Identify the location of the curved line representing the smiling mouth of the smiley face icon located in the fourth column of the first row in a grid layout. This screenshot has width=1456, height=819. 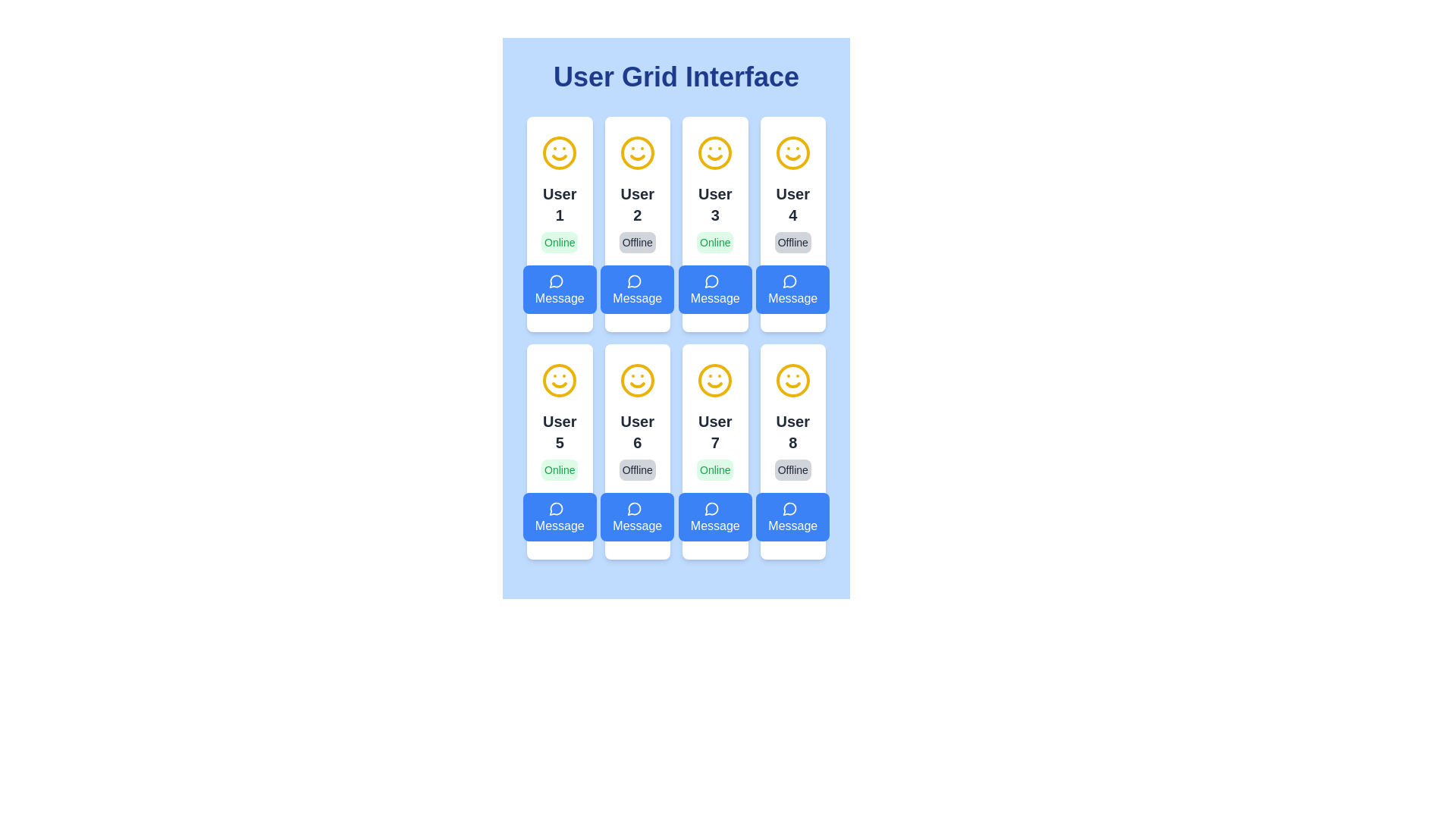
(792, 158).